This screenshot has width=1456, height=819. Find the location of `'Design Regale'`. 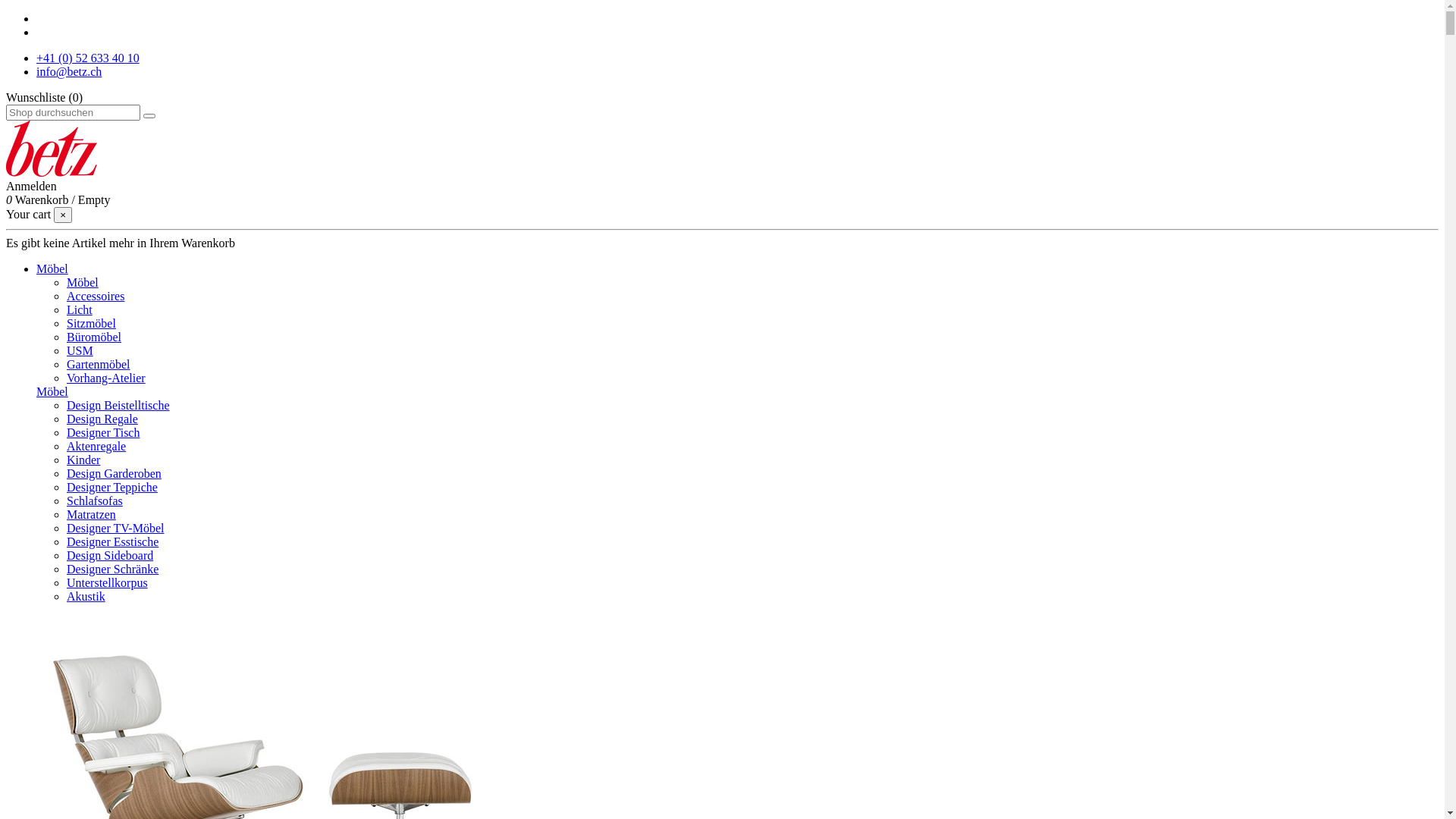

'Design Regale' is located at coordinates (101, 419).